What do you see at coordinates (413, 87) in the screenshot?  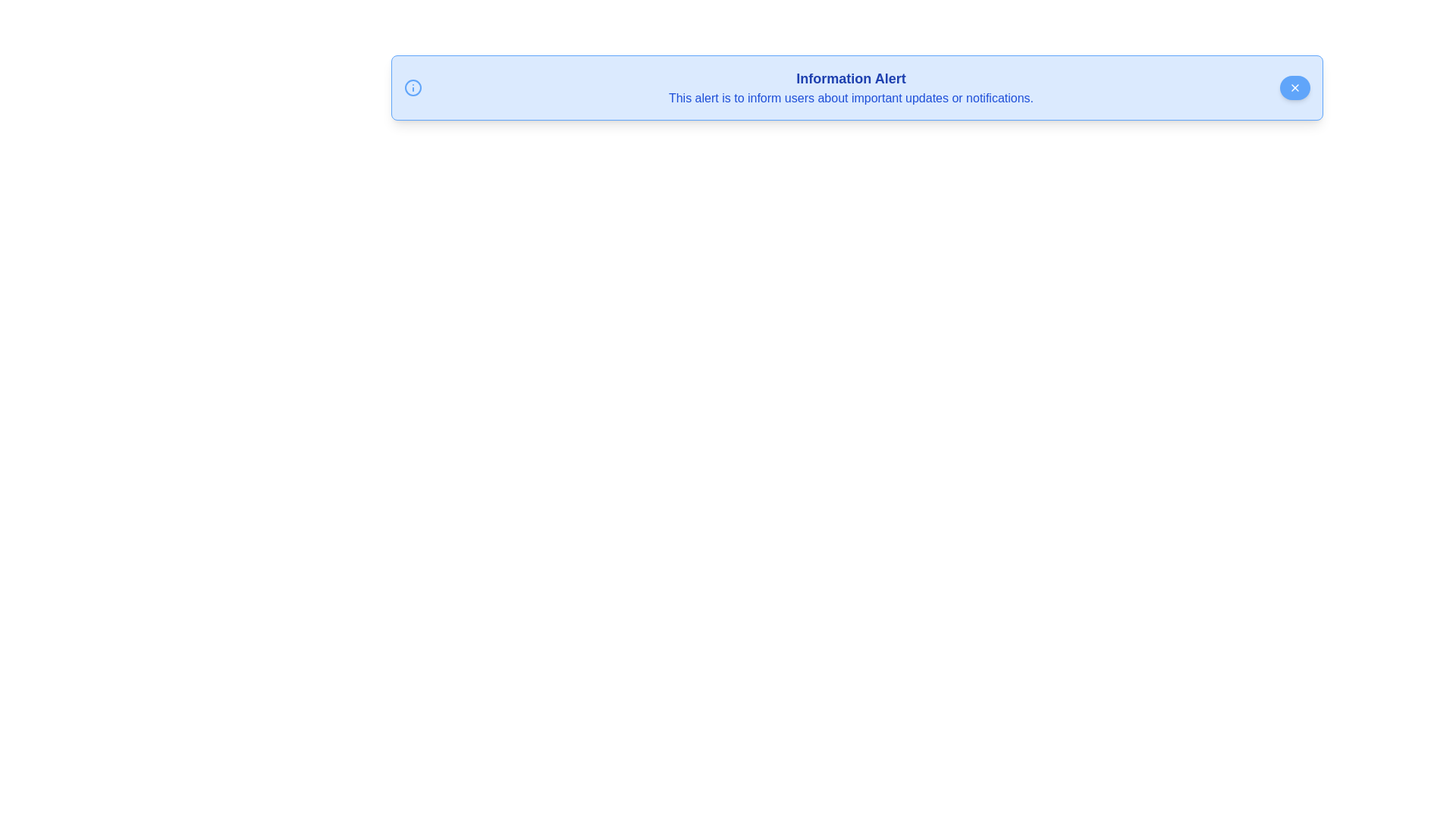 I see `the information icon in the alert` at bounding box center [413, 87].